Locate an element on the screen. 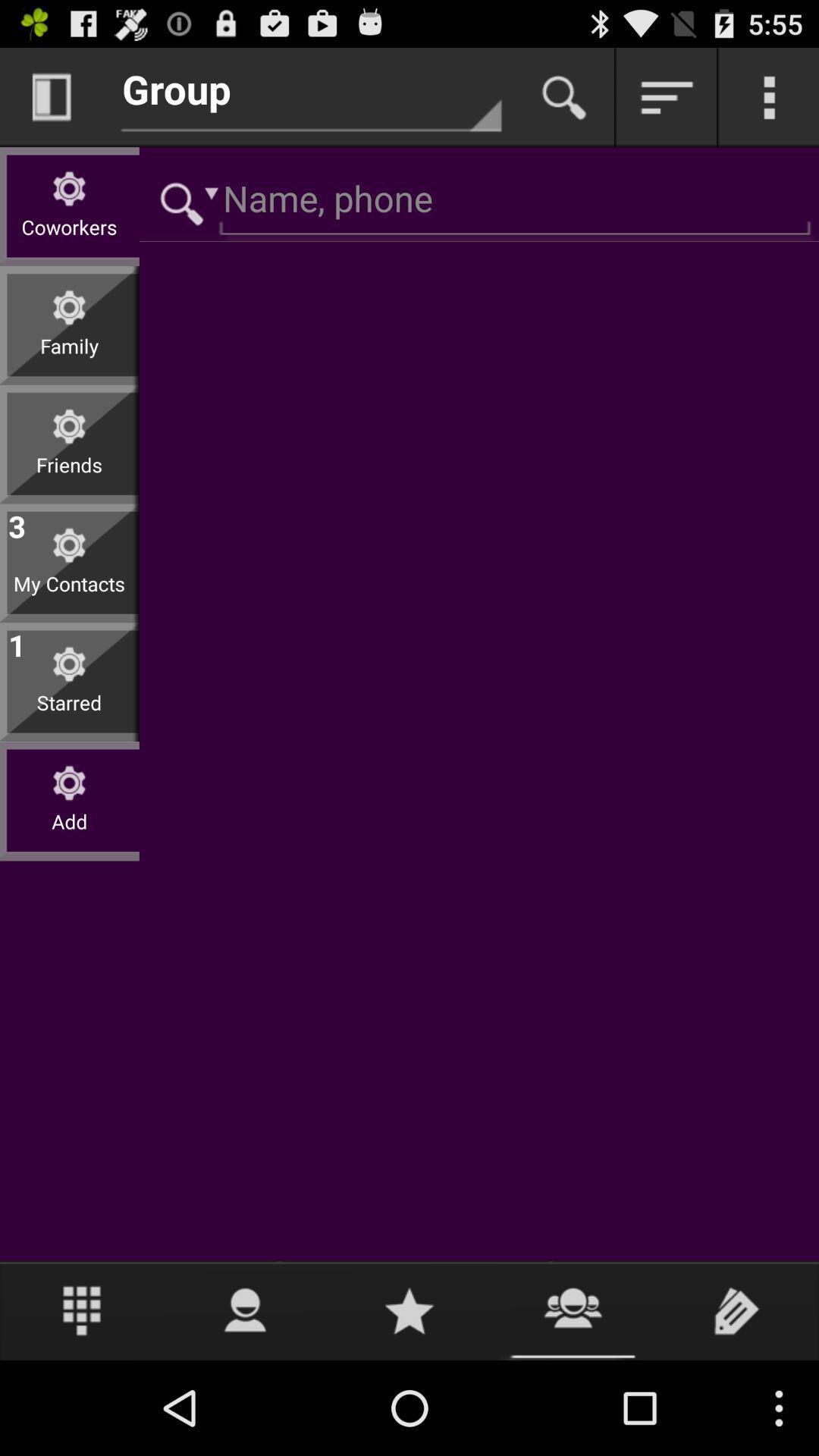 This screenshot has width=819, height=1456. coworker name and phone is located at coordinates (479, 200).